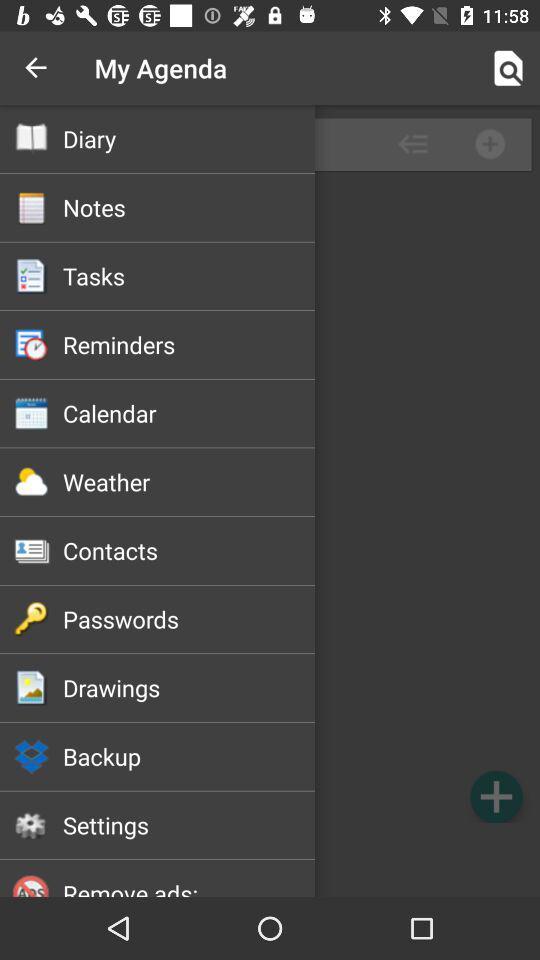 This screenshot has height=960, width=540. I want to click on the icon next to backup icon, so click(495, 796).